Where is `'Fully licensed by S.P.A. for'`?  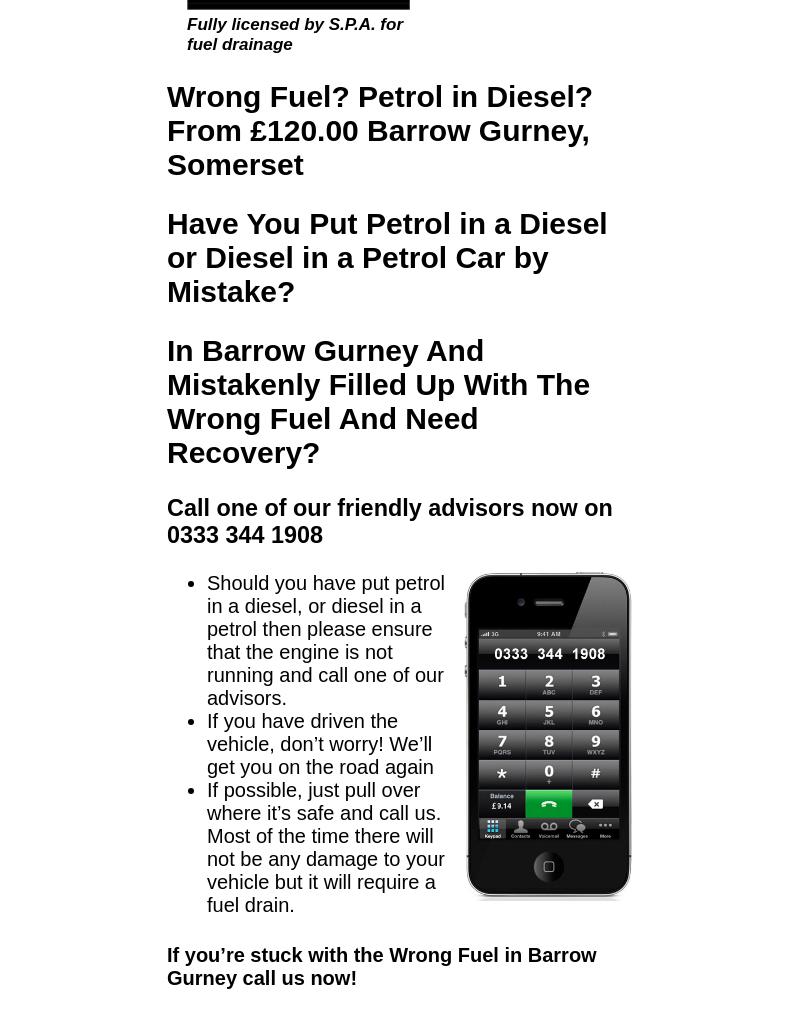 'Fully licensed by S.P.A. for' is located at coordinates (295, 23).